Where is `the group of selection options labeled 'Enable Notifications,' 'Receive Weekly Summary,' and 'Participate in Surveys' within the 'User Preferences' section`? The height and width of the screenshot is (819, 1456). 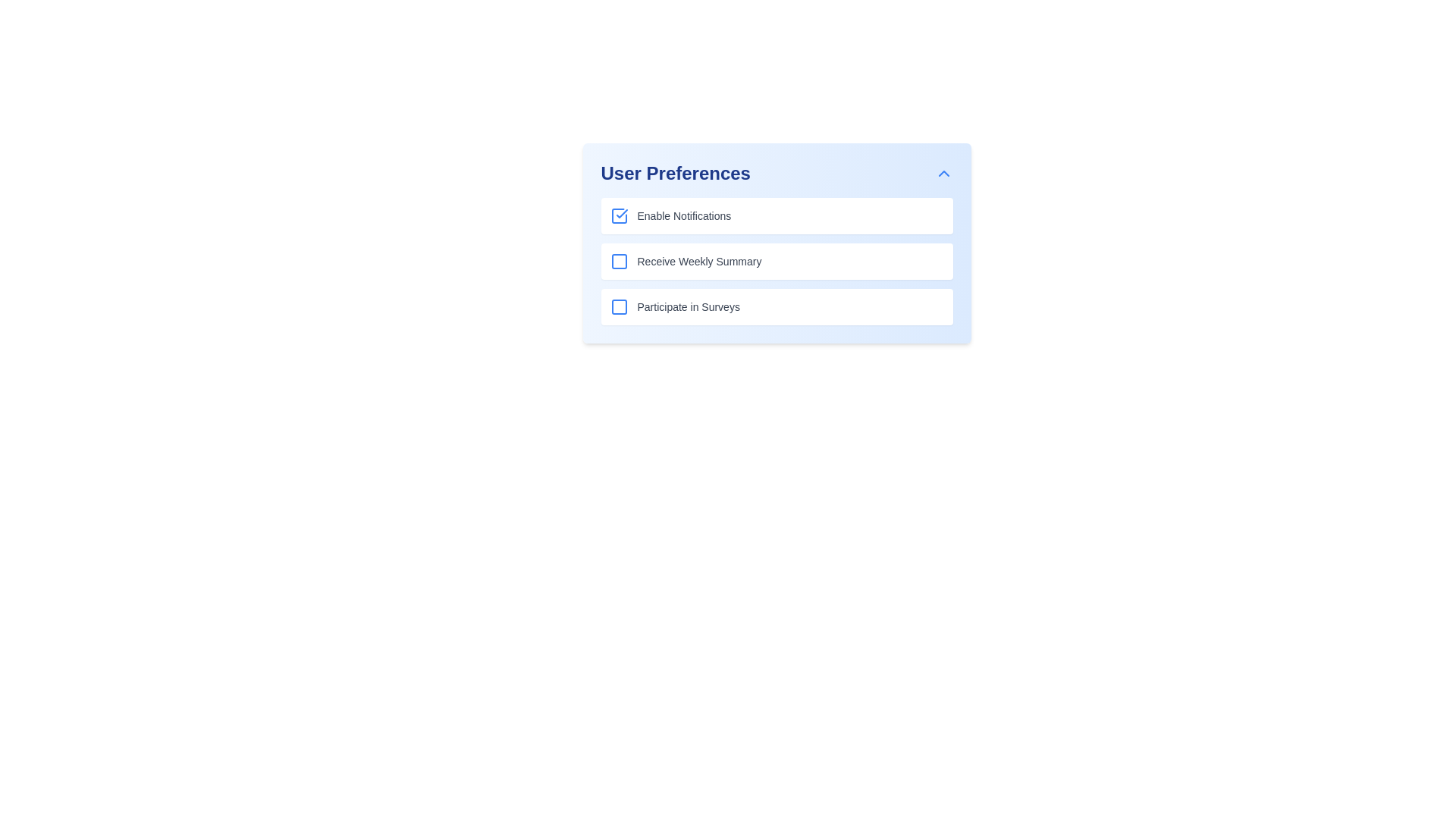 the group of selection options labeled 'Enable Notifications,' 'Receive Weekly Summary,' and 'Participate in Surveys' within the 'User Preferences' section is located at coordinates (777, 260).